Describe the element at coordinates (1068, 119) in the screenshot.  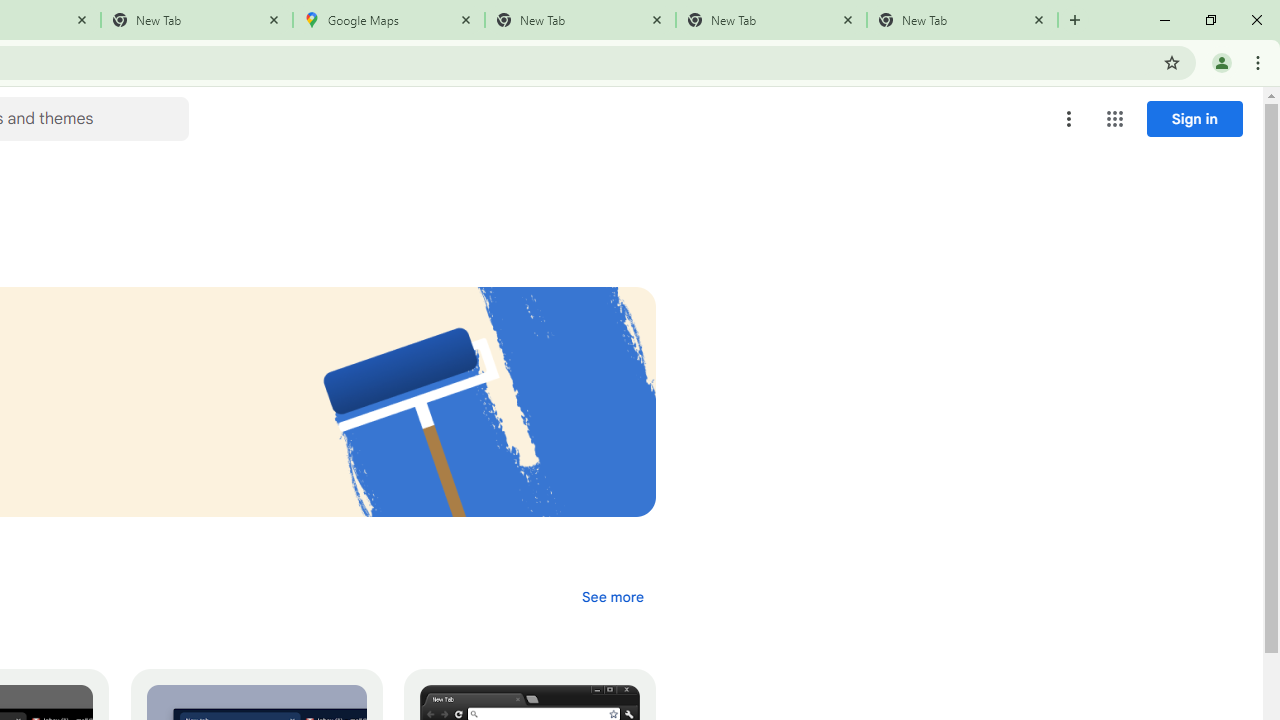
I see `'More options menu'` at that location.